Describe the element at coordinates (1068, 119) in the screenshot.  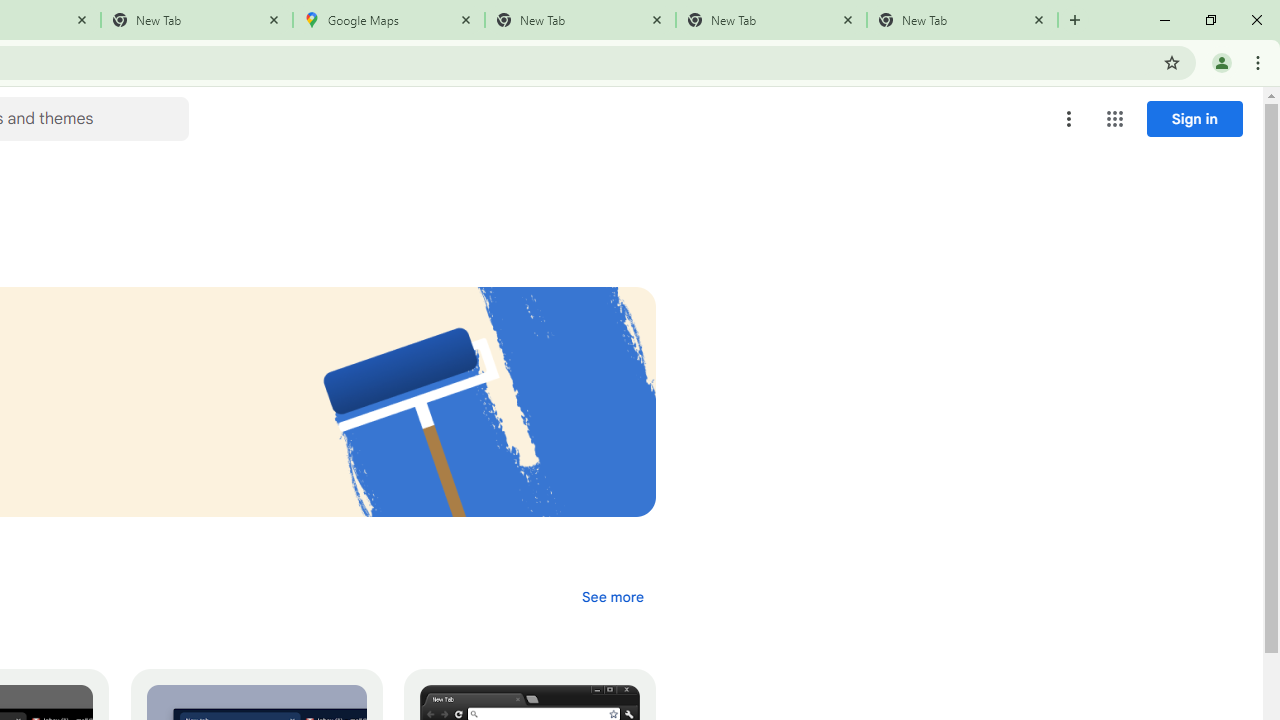
I see `'More options menu'` at that location.